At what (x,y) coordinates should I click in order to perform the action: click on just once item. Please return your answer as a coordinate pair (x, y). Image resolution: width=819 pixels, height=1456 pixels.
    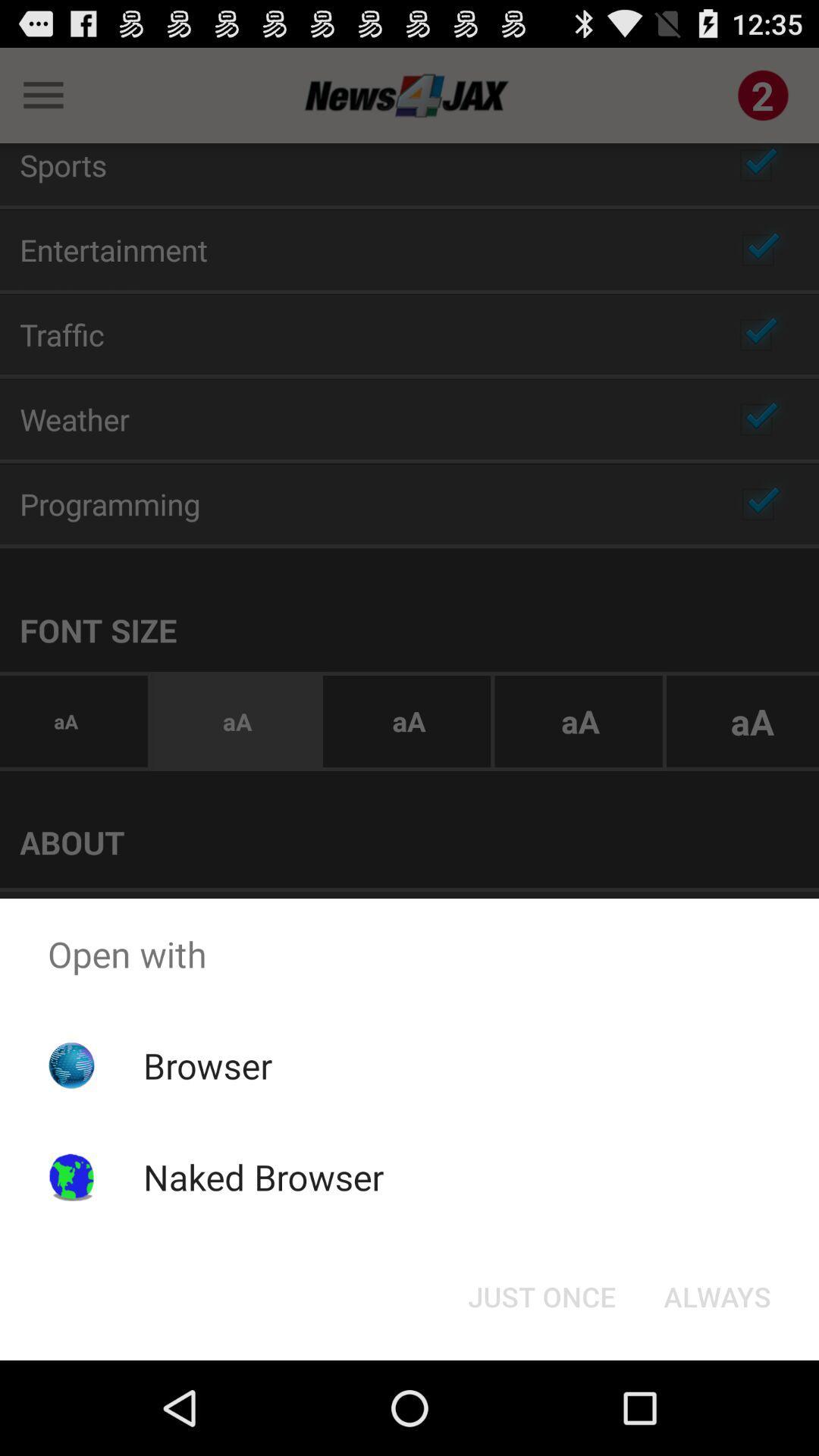
    Looking at the image, I should click on (541, 1295).